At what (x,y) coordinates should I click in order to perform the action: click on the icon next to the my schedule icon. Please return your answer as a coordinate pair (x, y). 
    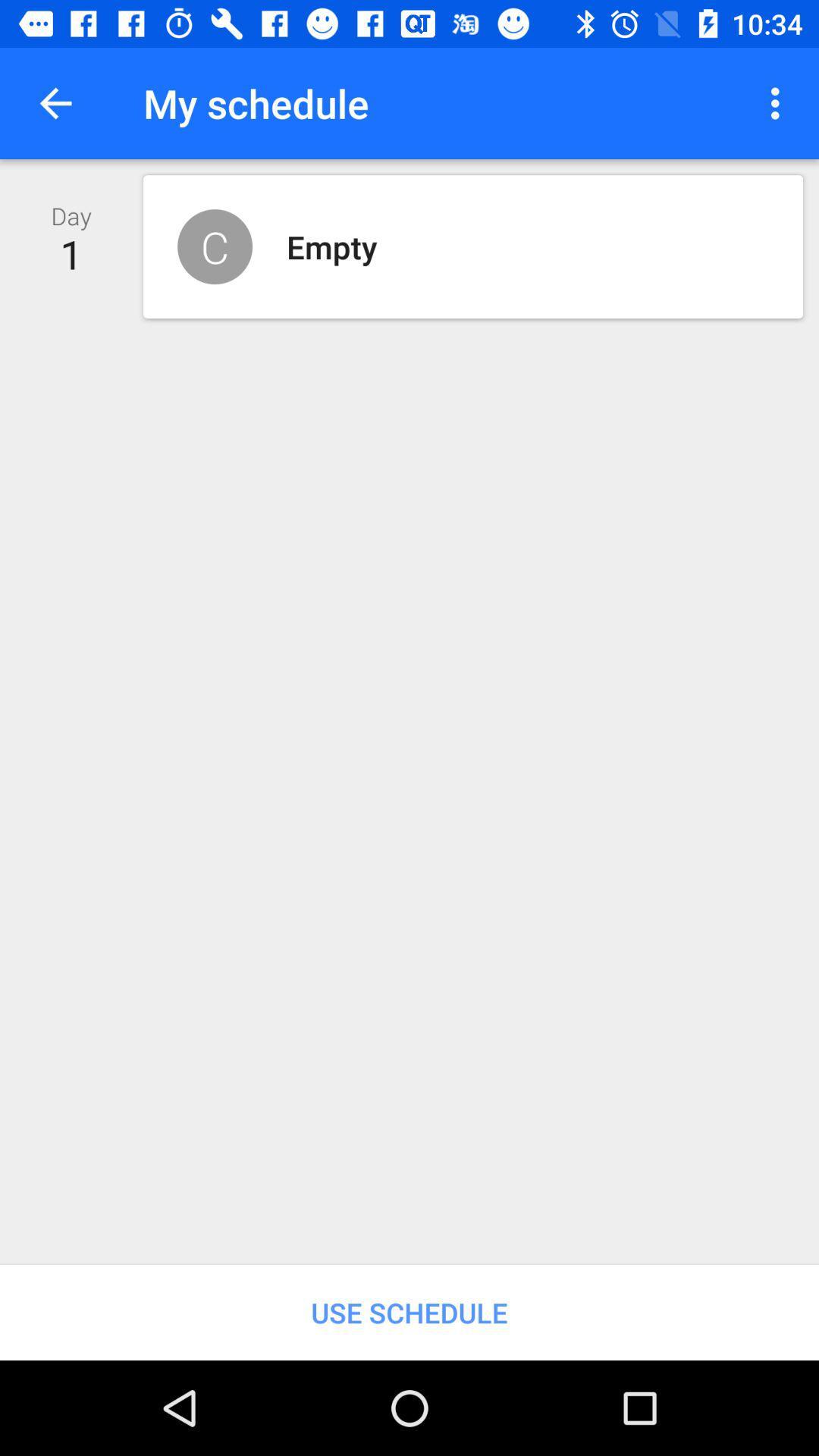
    Looking at the image, I should click on (779, 102).